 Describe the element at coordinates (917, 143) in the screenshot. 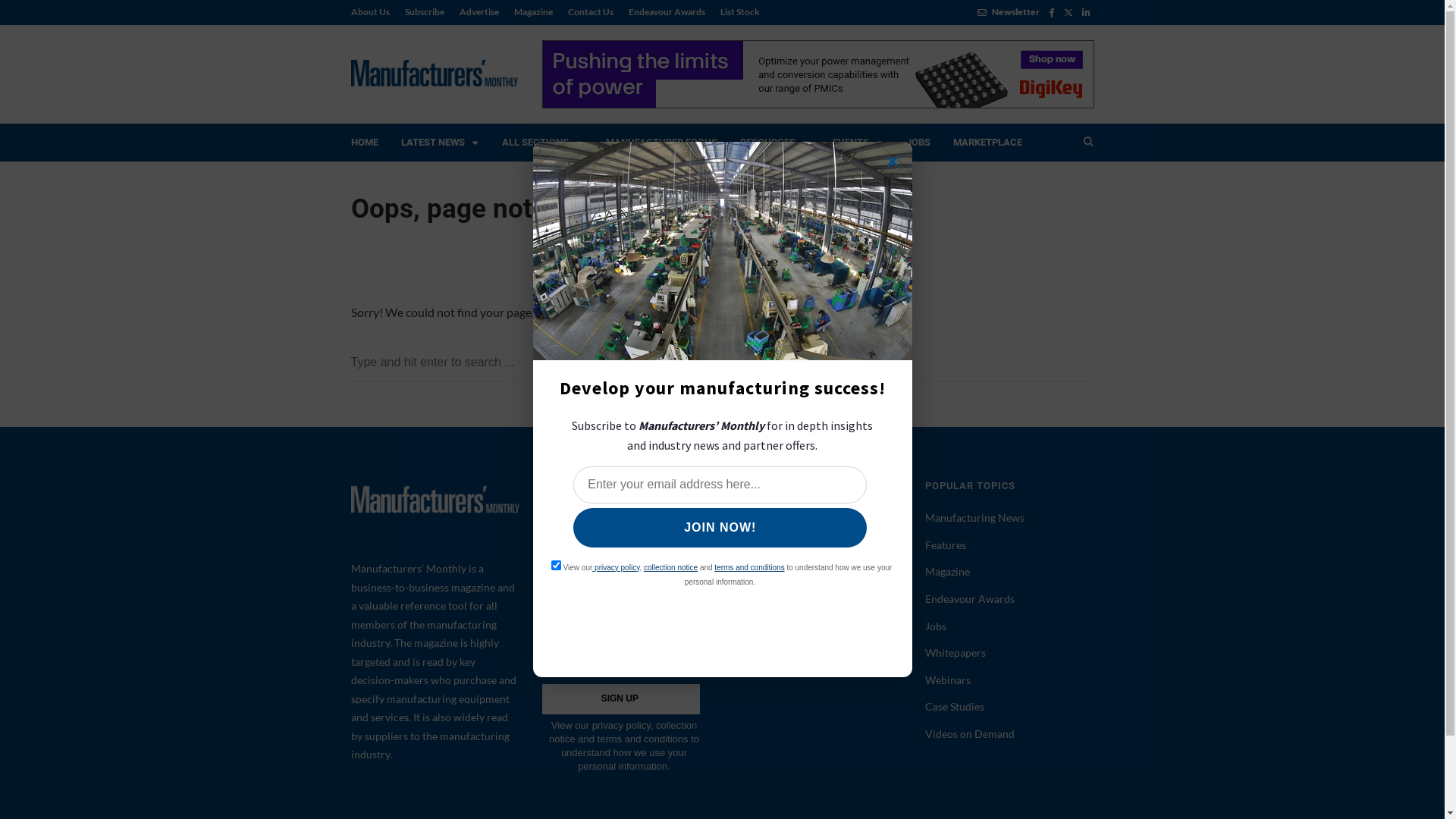

I see `'JOBS'` at that location.